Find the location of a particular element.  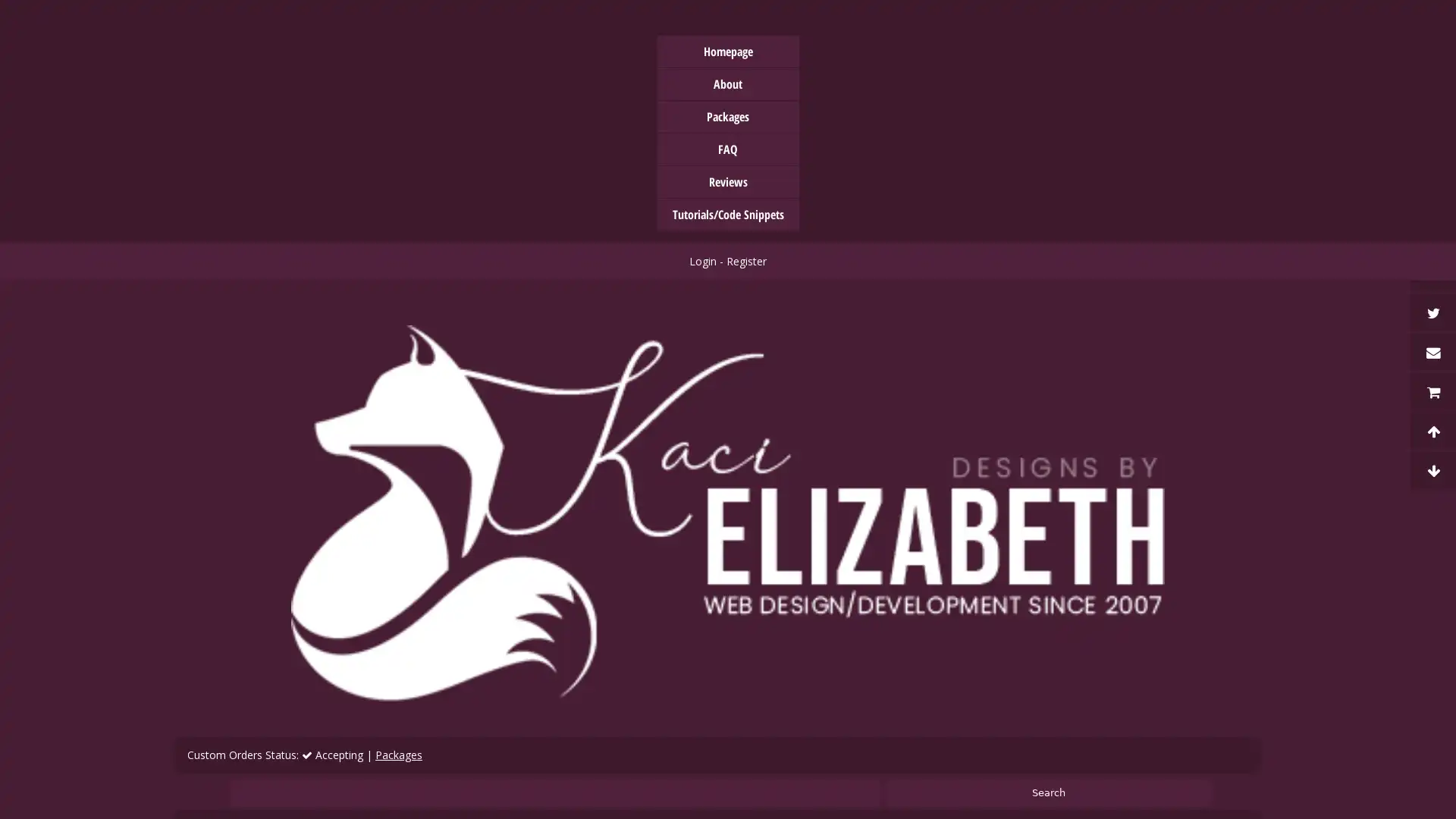

Search is located at coordinates (1047, 792).